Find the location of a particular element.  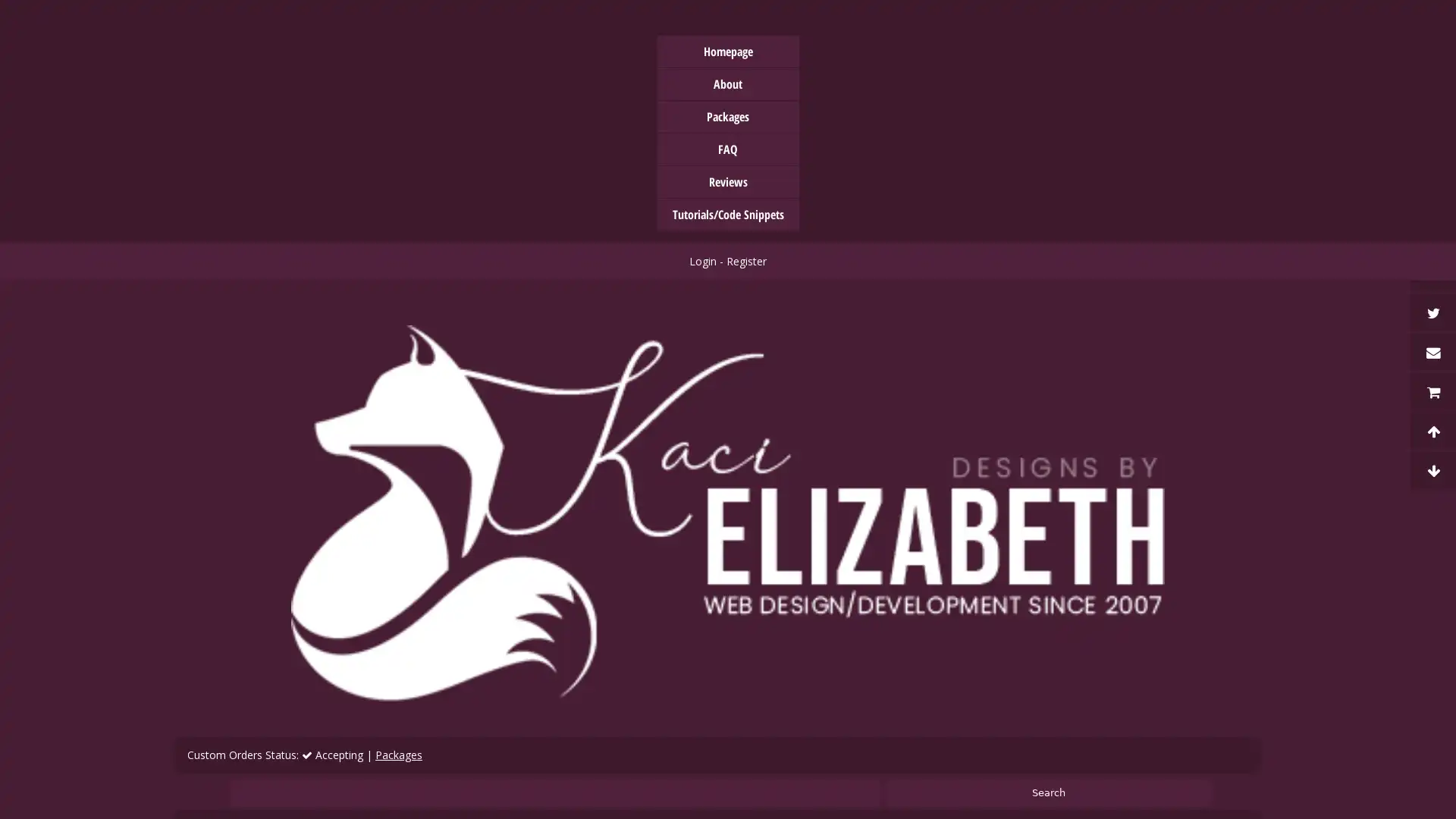

Search is located at coordinates (1047, 792).